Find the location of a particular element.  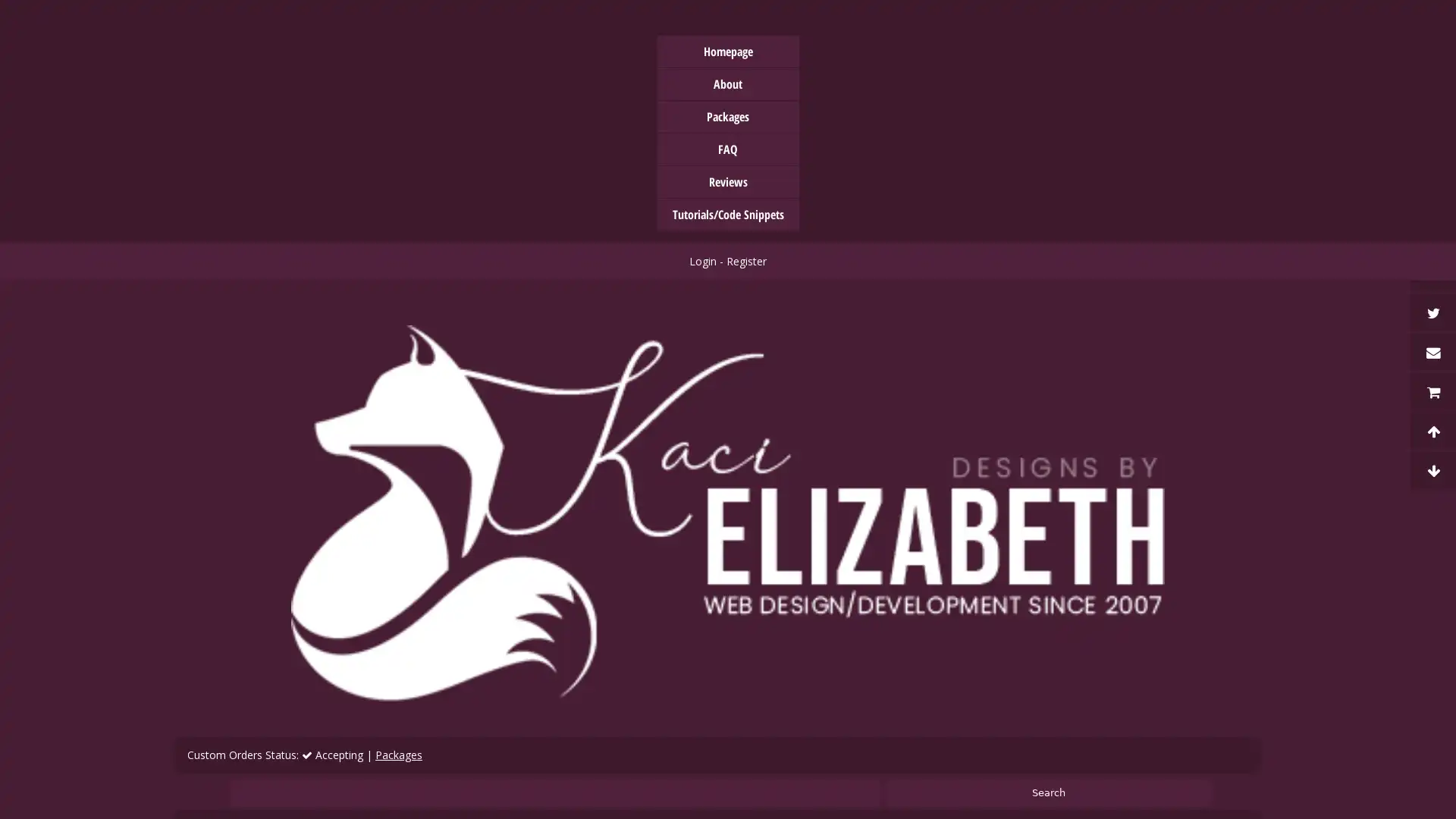

Search is located at coordinates (1047, 792).